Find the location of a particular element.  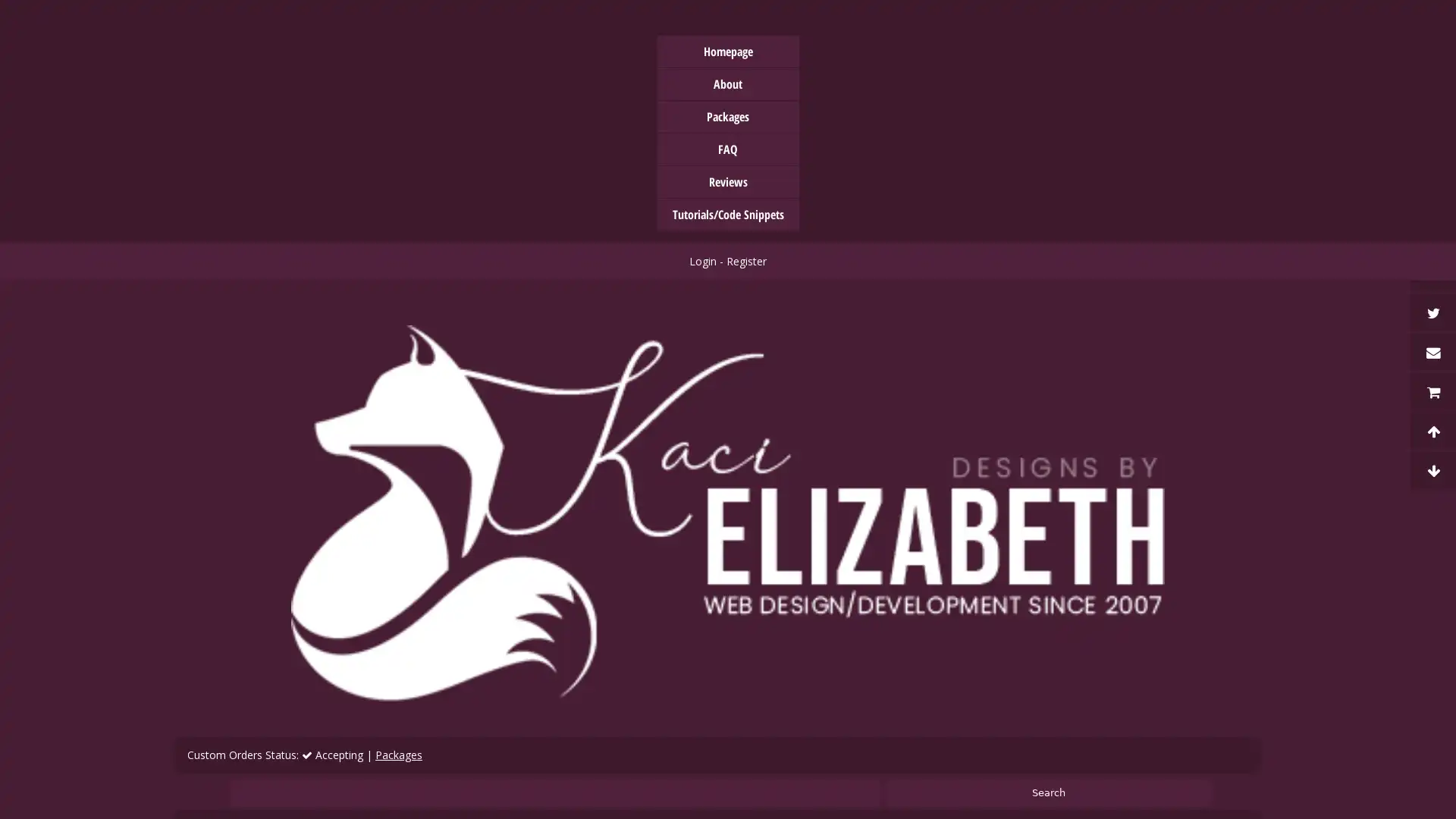

Search is located at coordinates (1047, 792).